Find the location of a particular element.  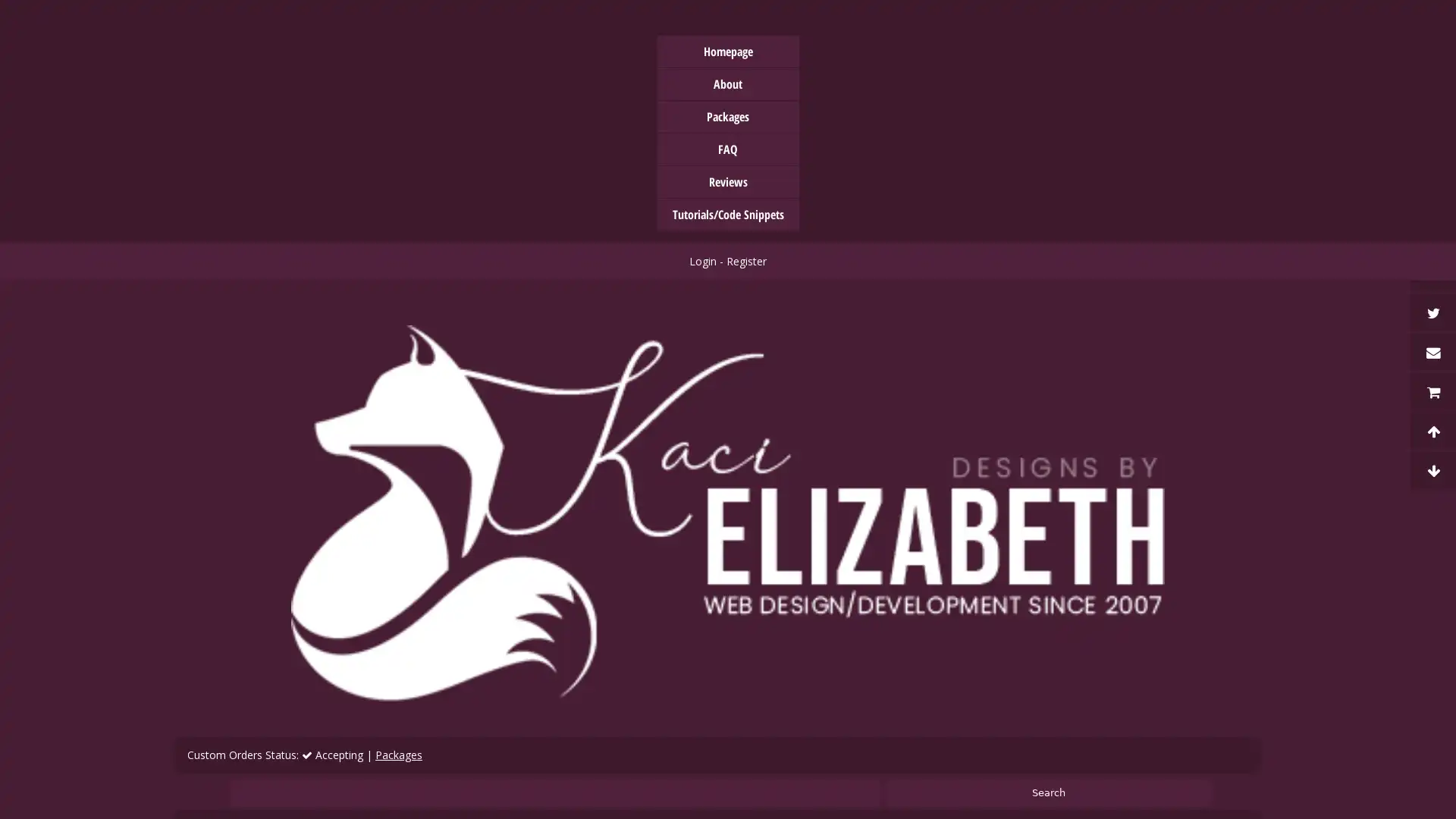

Search is located at coordinates (1047, 792).